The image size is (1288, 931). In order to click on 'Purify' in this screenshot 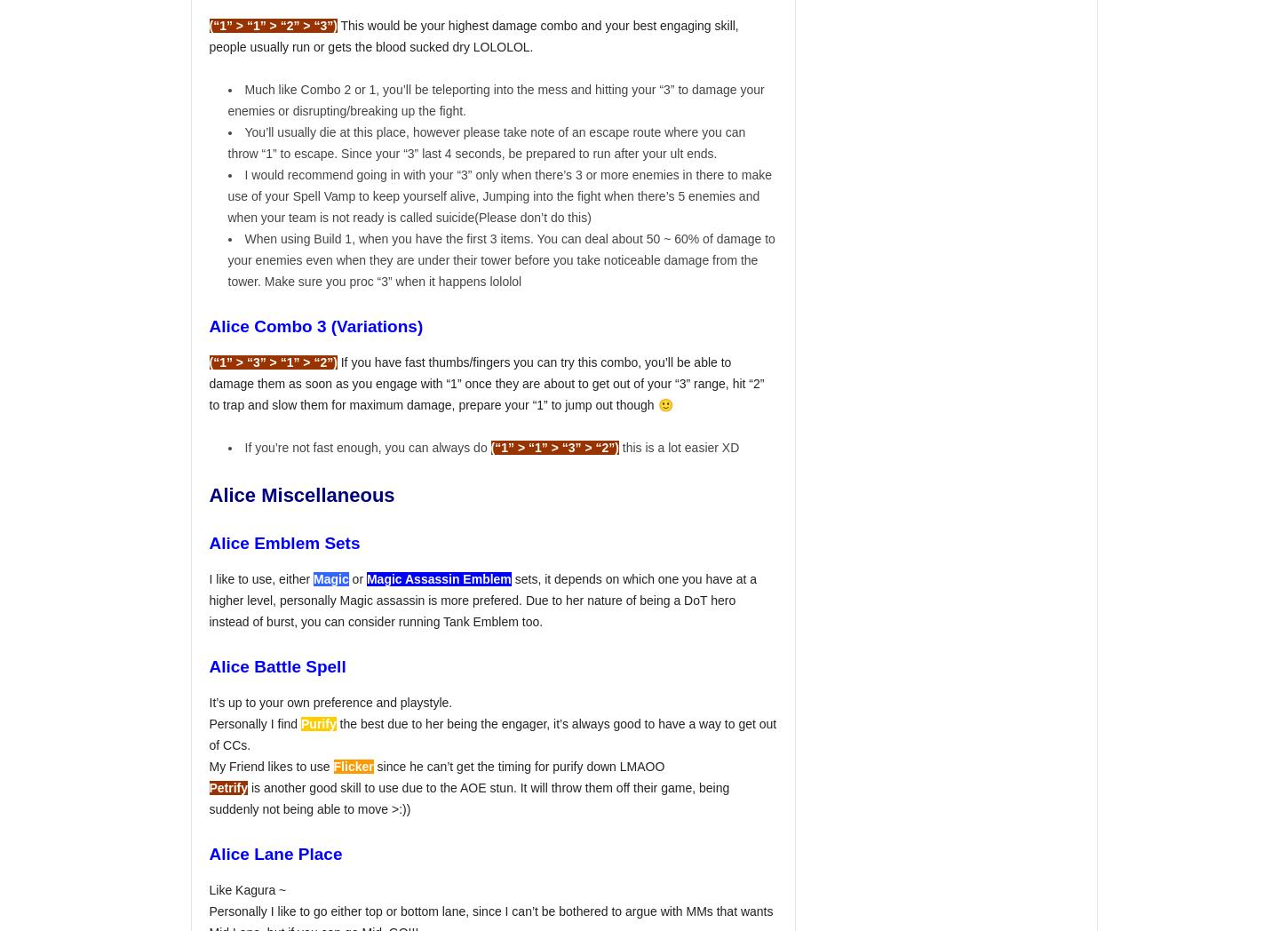, I will do `click(318, 723)`.